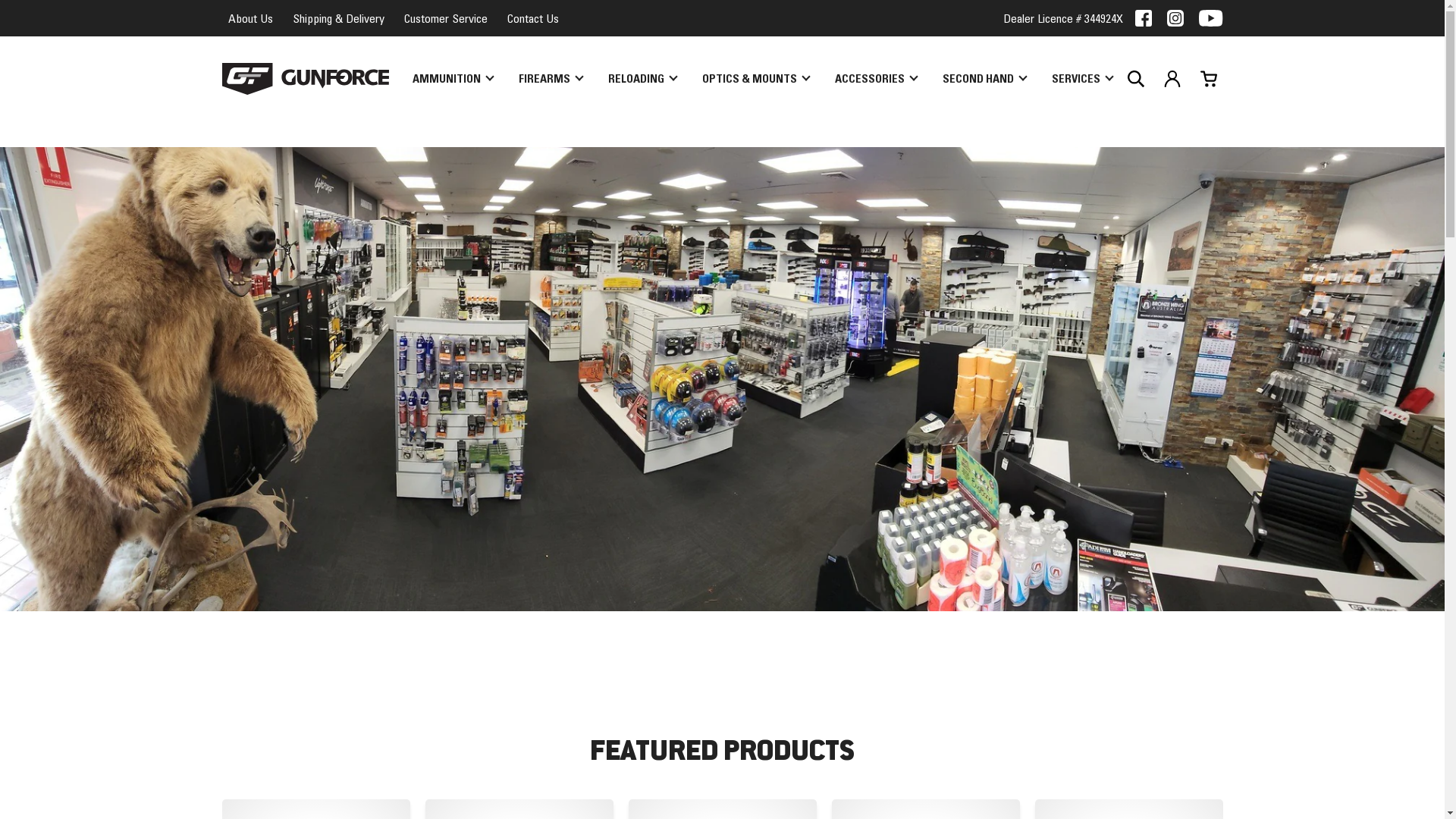  I want to click on 'OPTICS & MOUNTS', so click(755, 79).